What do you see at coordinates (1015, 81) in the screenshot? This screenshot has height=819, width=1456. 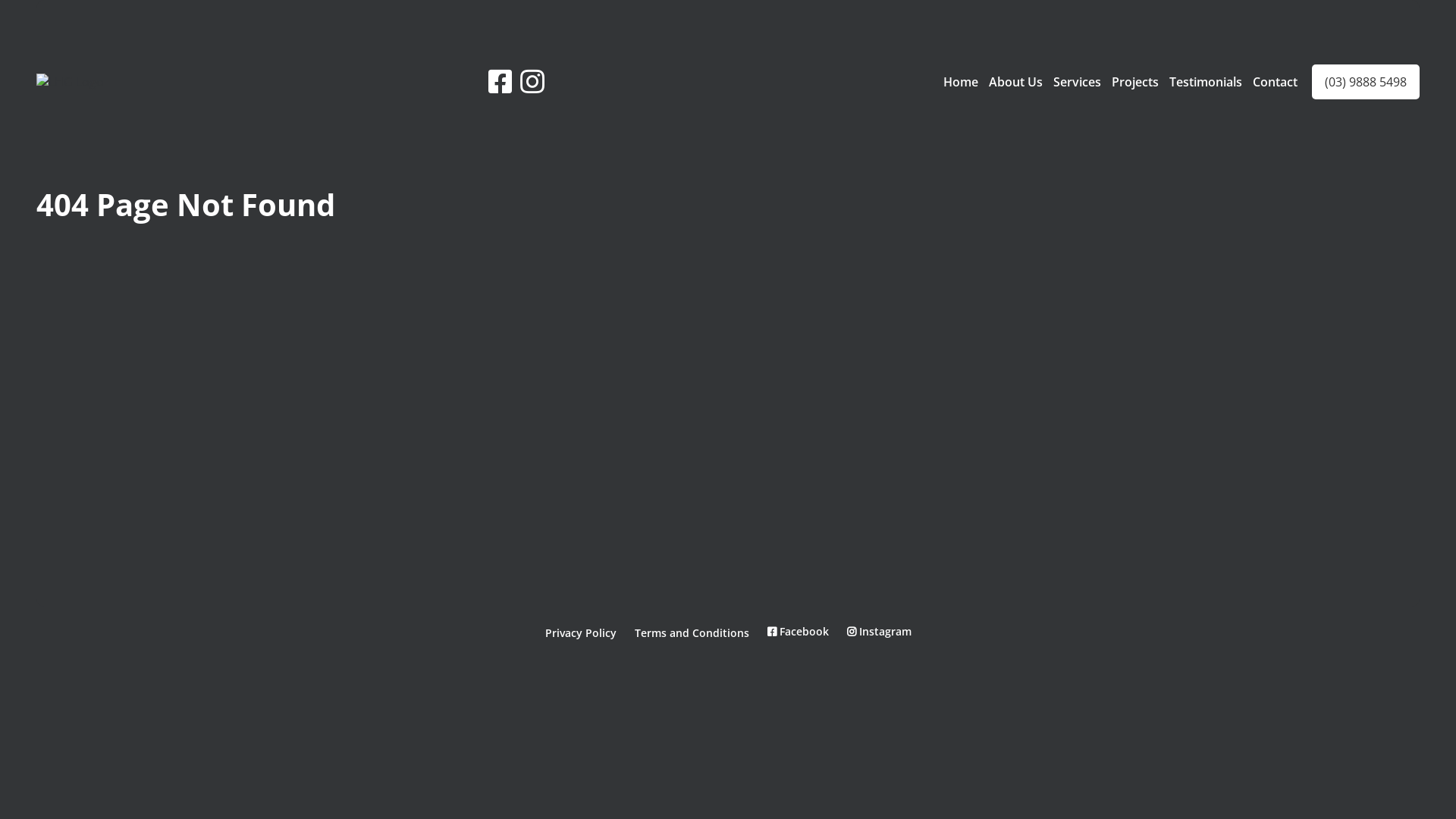 I see `'About Us'` at bounding box center [1015, 81].